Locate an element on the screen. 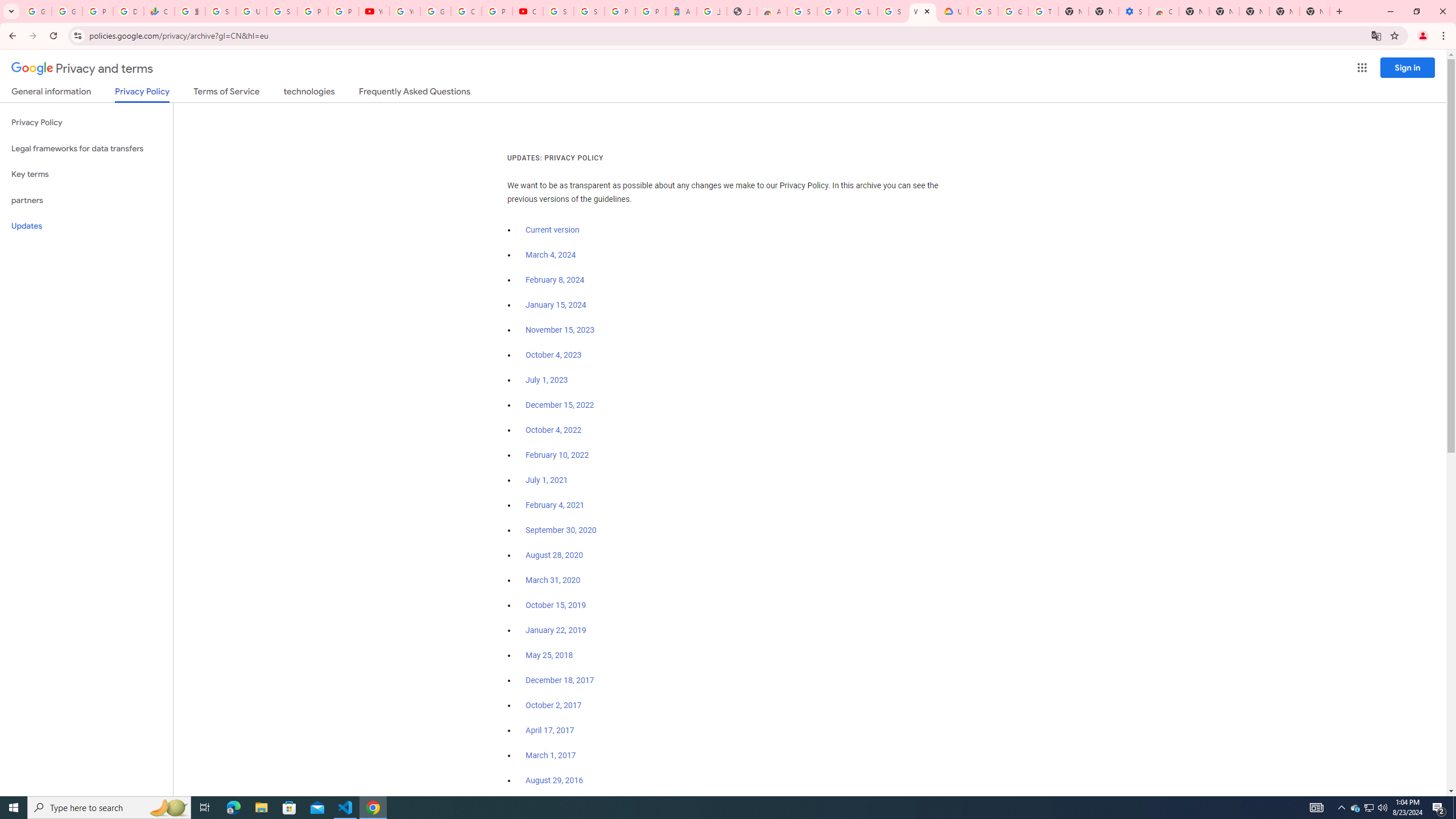  'Current version' is located at coordinates (552, 230).